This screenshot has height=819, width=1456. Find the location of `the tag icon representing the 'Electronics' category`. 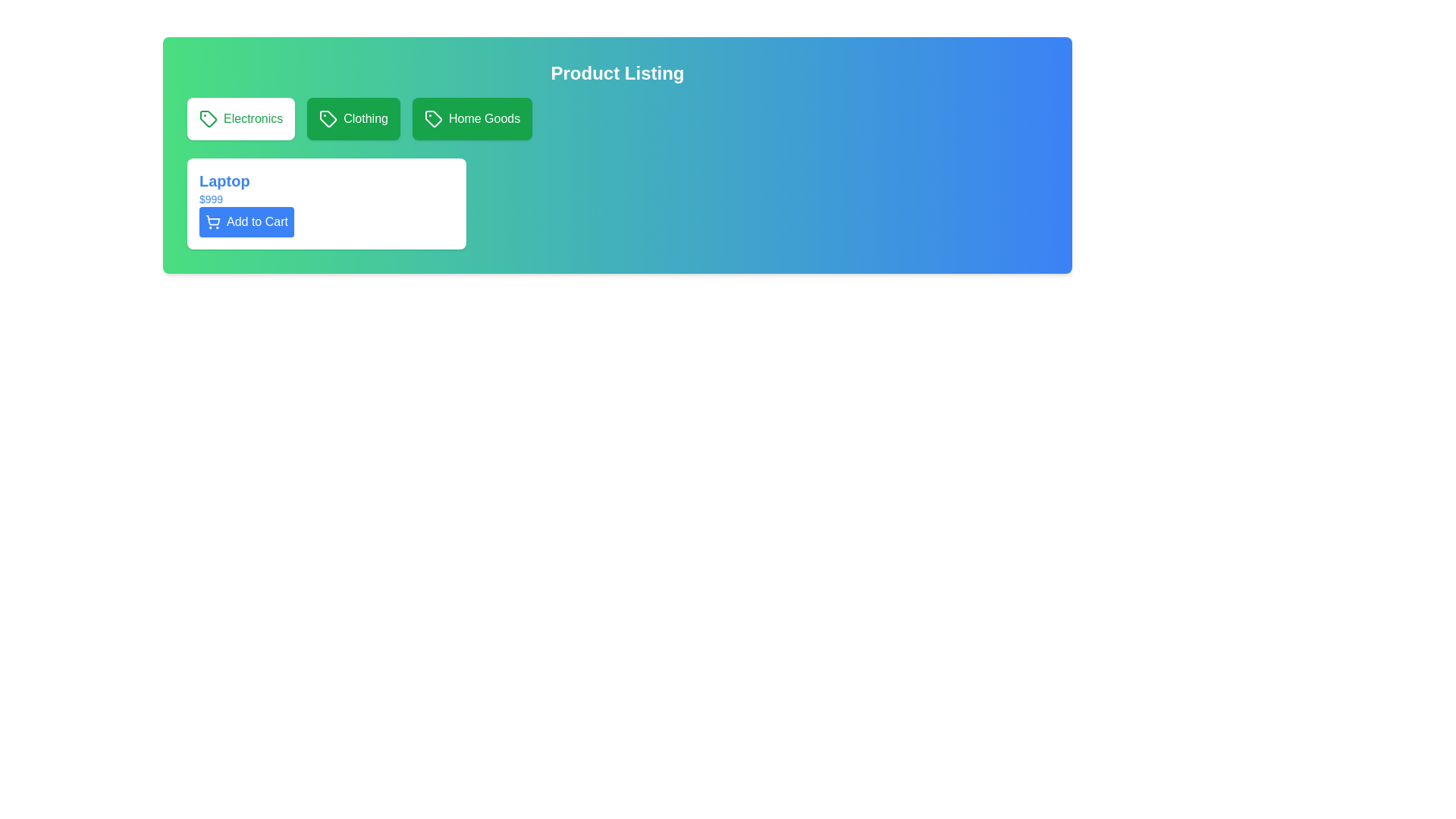

the tag icon representing the 'Electronics' category is located at coordinates (207, 118).